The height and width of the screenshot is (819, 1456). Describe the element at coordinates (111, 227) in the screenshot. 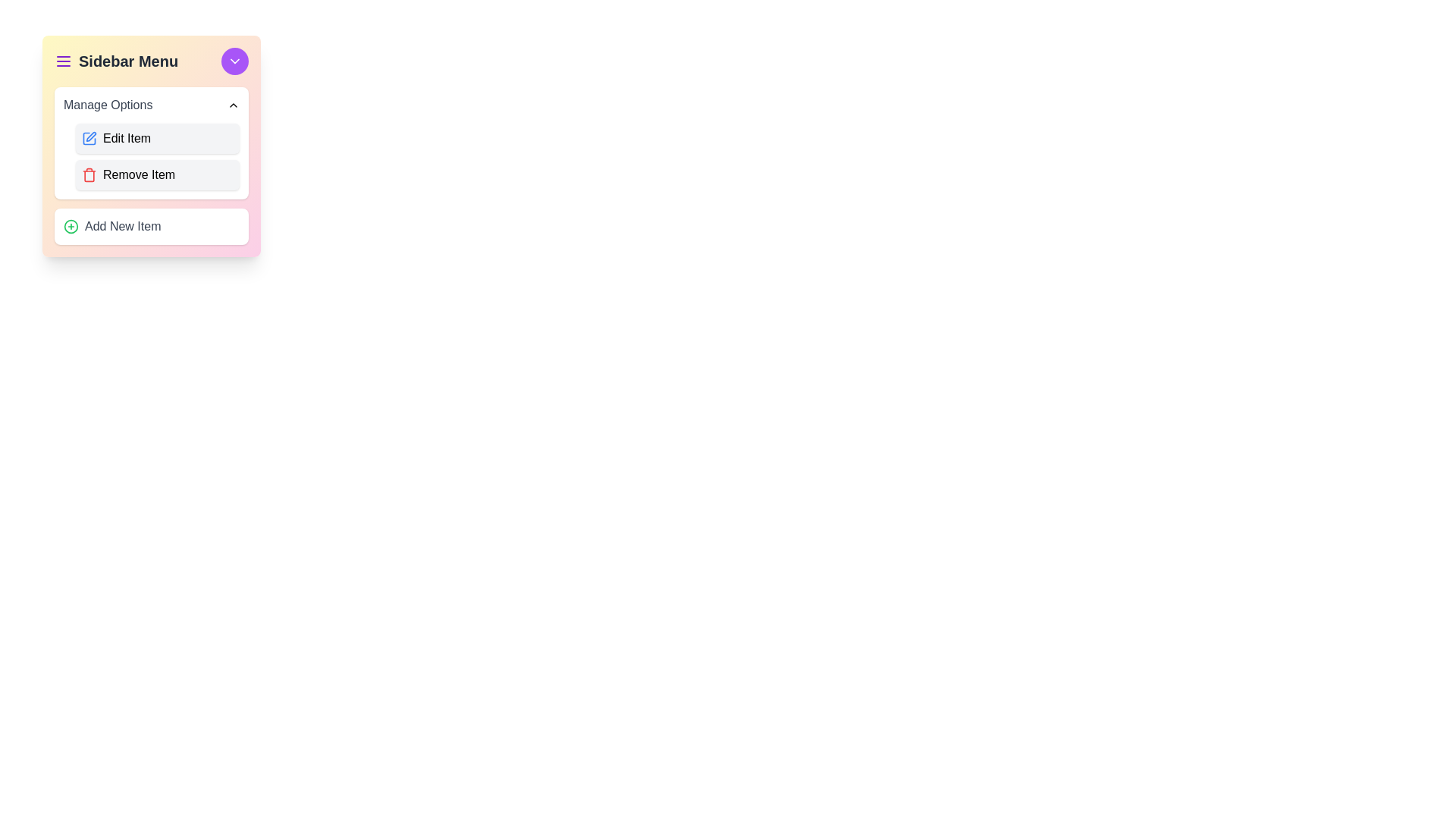

I see `the 'Add New Item' button, which features a green circular plus icon and is located at the bottom of the panel under the 'Remove Item' button` at that location.